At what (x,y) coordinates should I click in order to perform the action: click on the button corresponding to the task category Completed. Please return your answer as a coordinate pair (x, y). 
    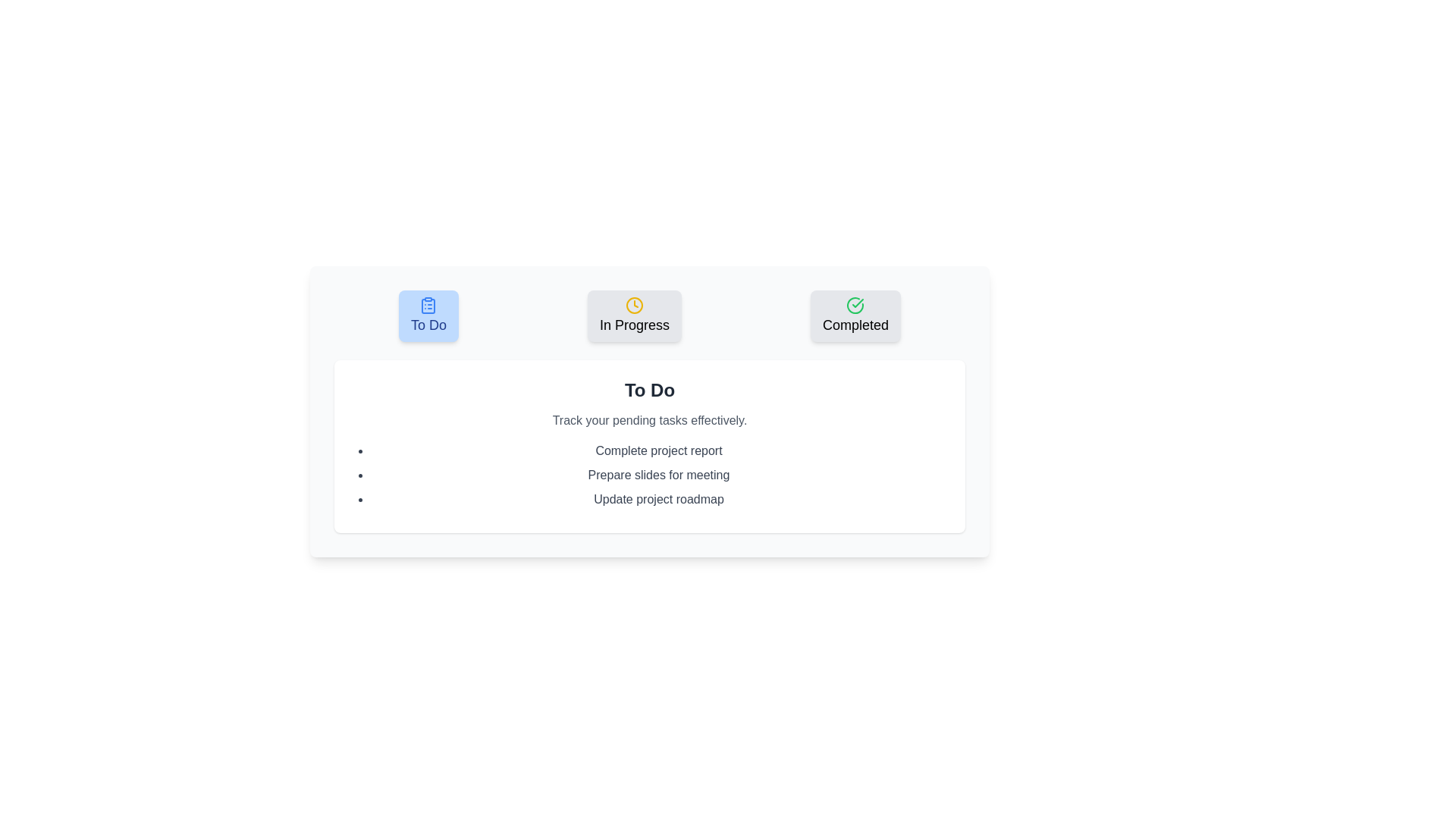
    Looking at the image, I should click on (855, 315).